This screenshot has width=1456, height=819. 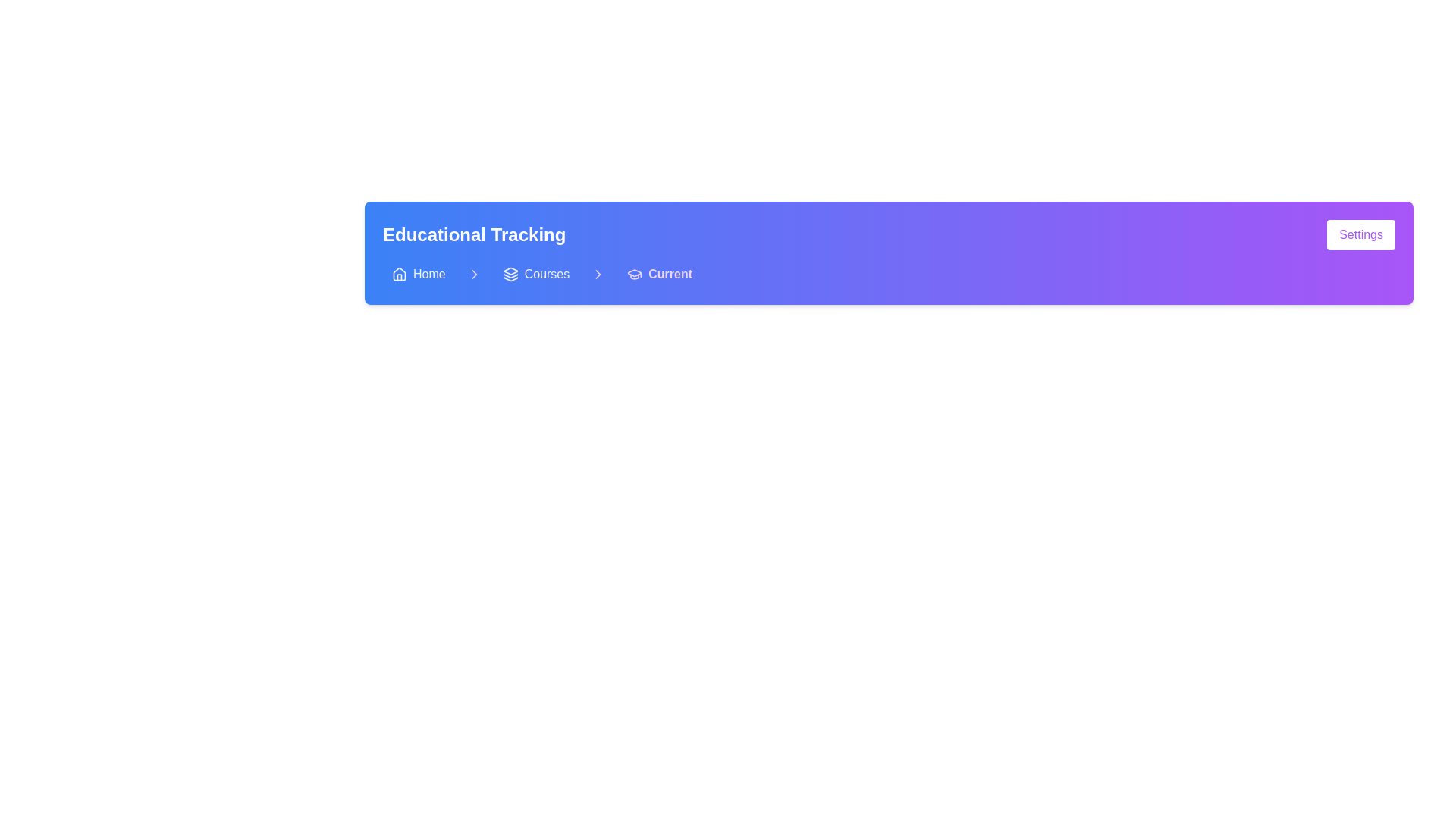 I want to click on the first chevron icon in the breadcrumb navigation bar that separates 'Home' and 'Courses', so click(x=473, y=275).